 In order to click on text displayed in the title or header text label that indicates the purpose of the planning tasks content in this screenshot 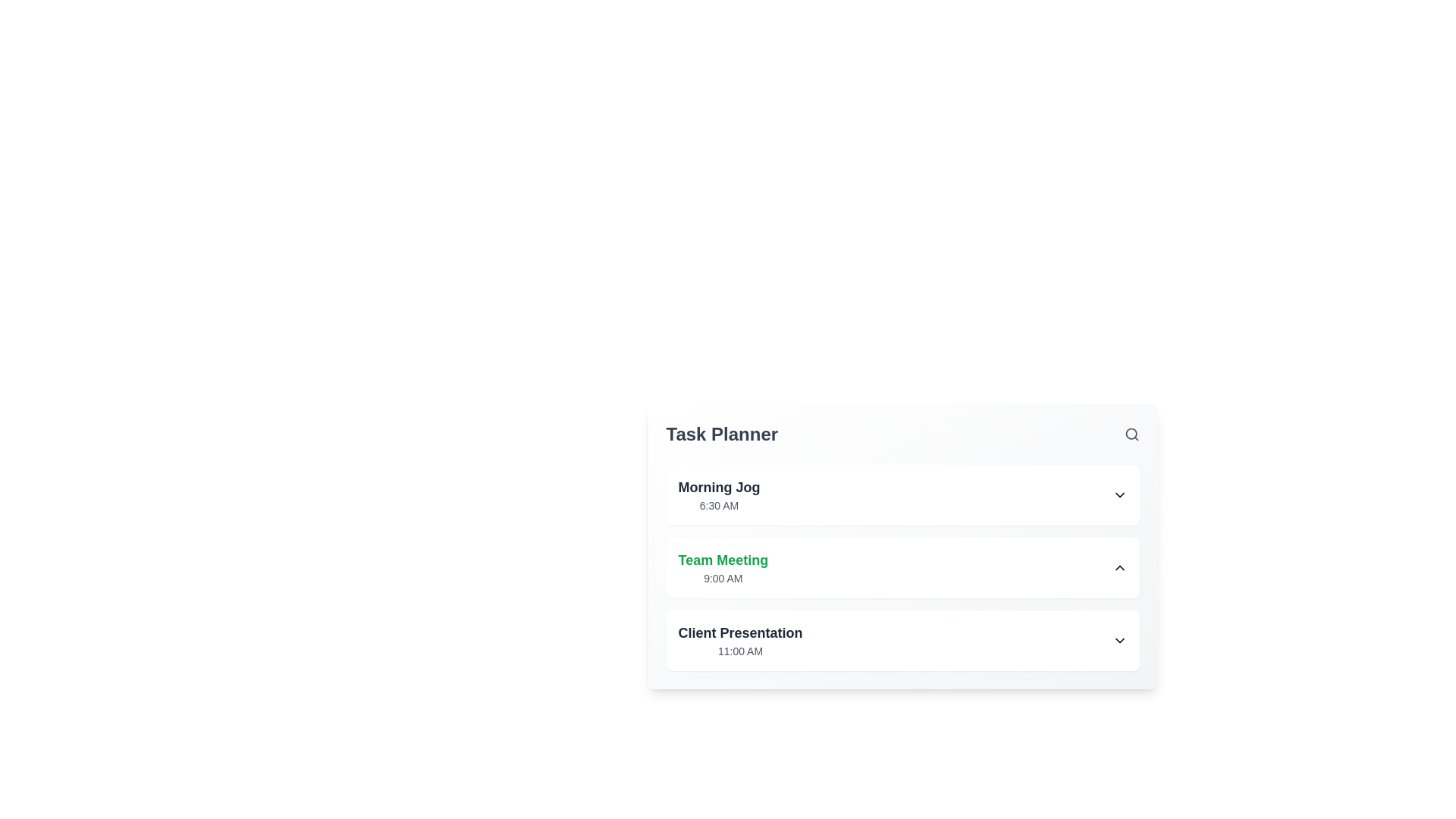, I will do `click(721, 435)`.